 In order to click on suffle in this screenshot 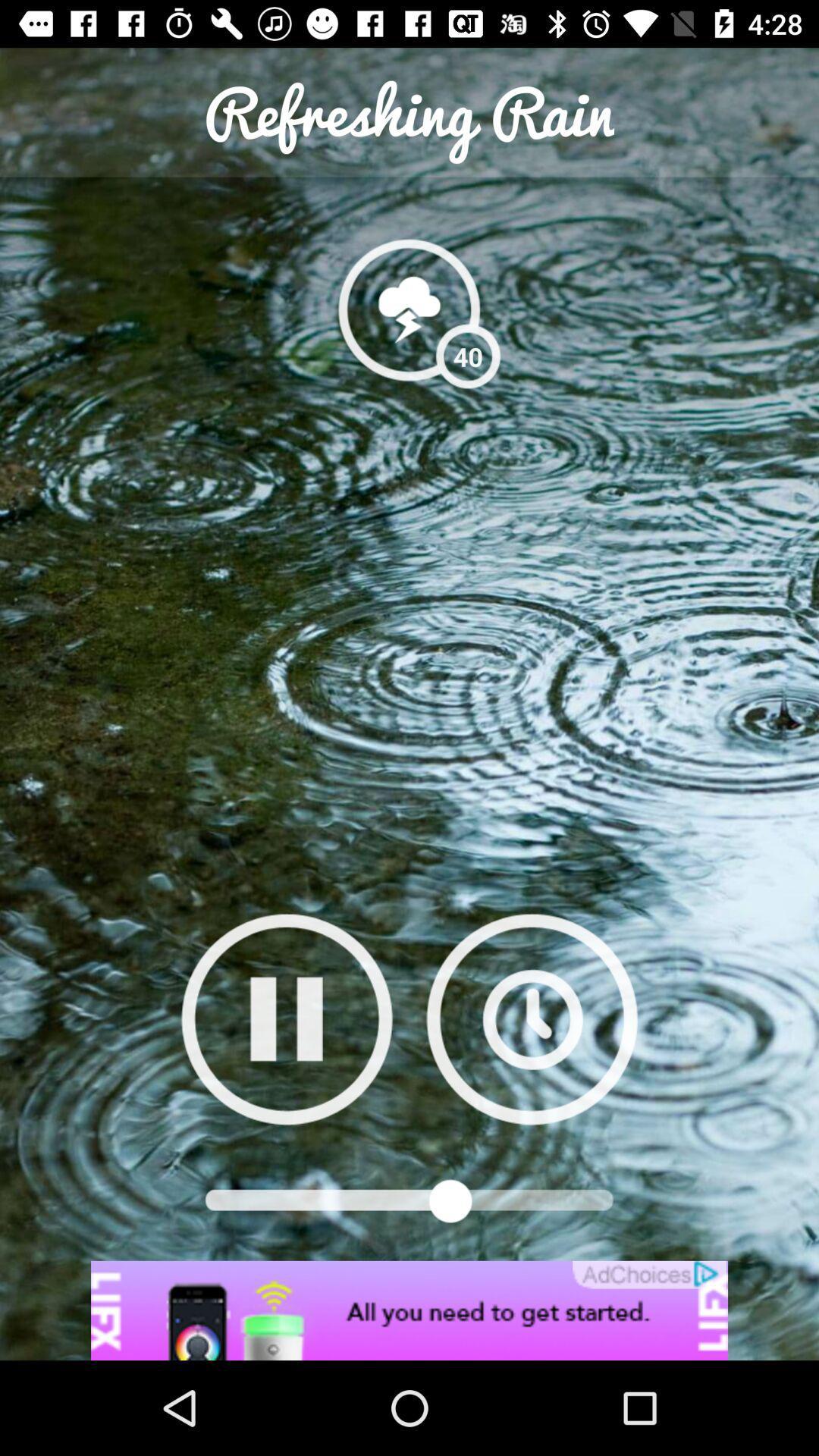, I will do `click(531, 1018)`.